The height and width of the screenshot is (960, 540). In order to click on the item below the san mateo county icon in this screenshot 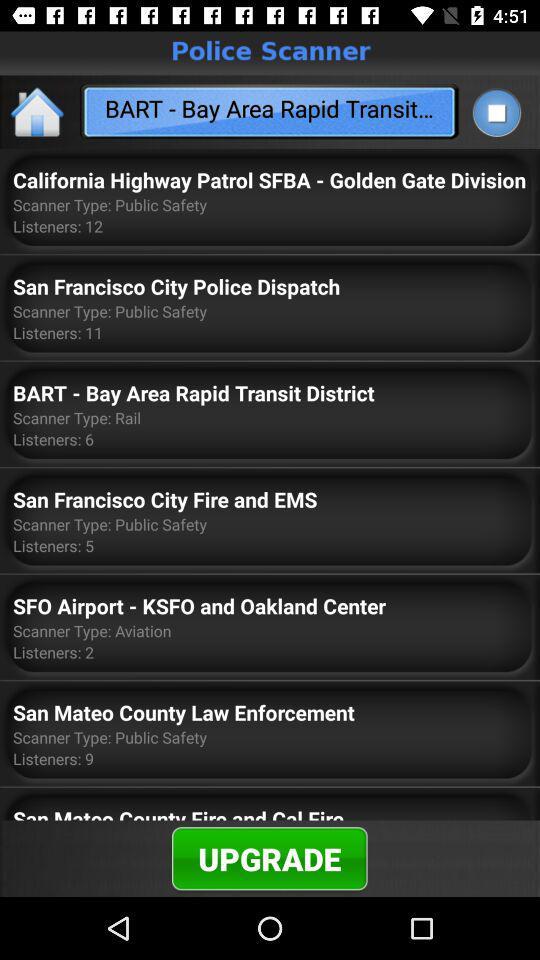, I will do `click(269, 857)`.